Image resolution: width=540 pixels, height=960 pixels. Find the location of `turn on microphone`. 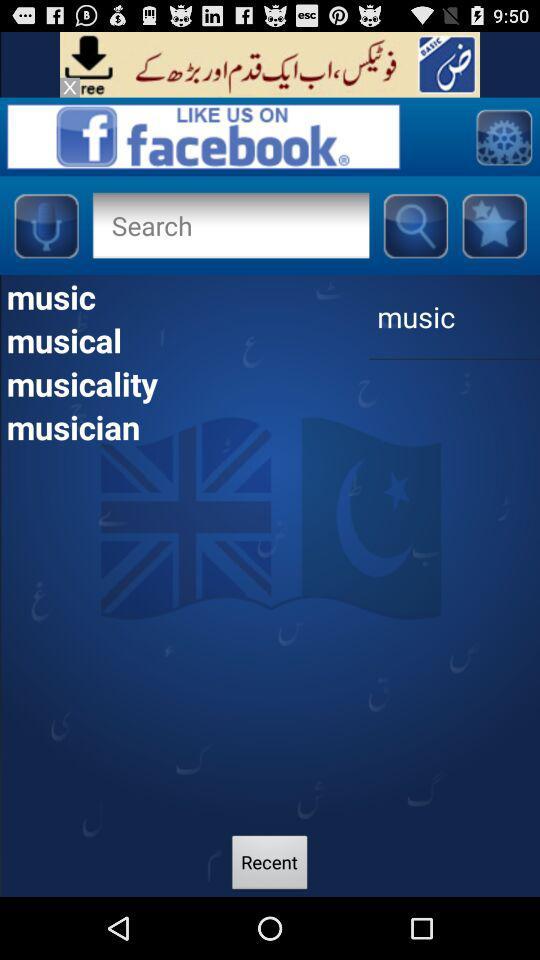

turn on microphone is located at coordinates (45, 225).